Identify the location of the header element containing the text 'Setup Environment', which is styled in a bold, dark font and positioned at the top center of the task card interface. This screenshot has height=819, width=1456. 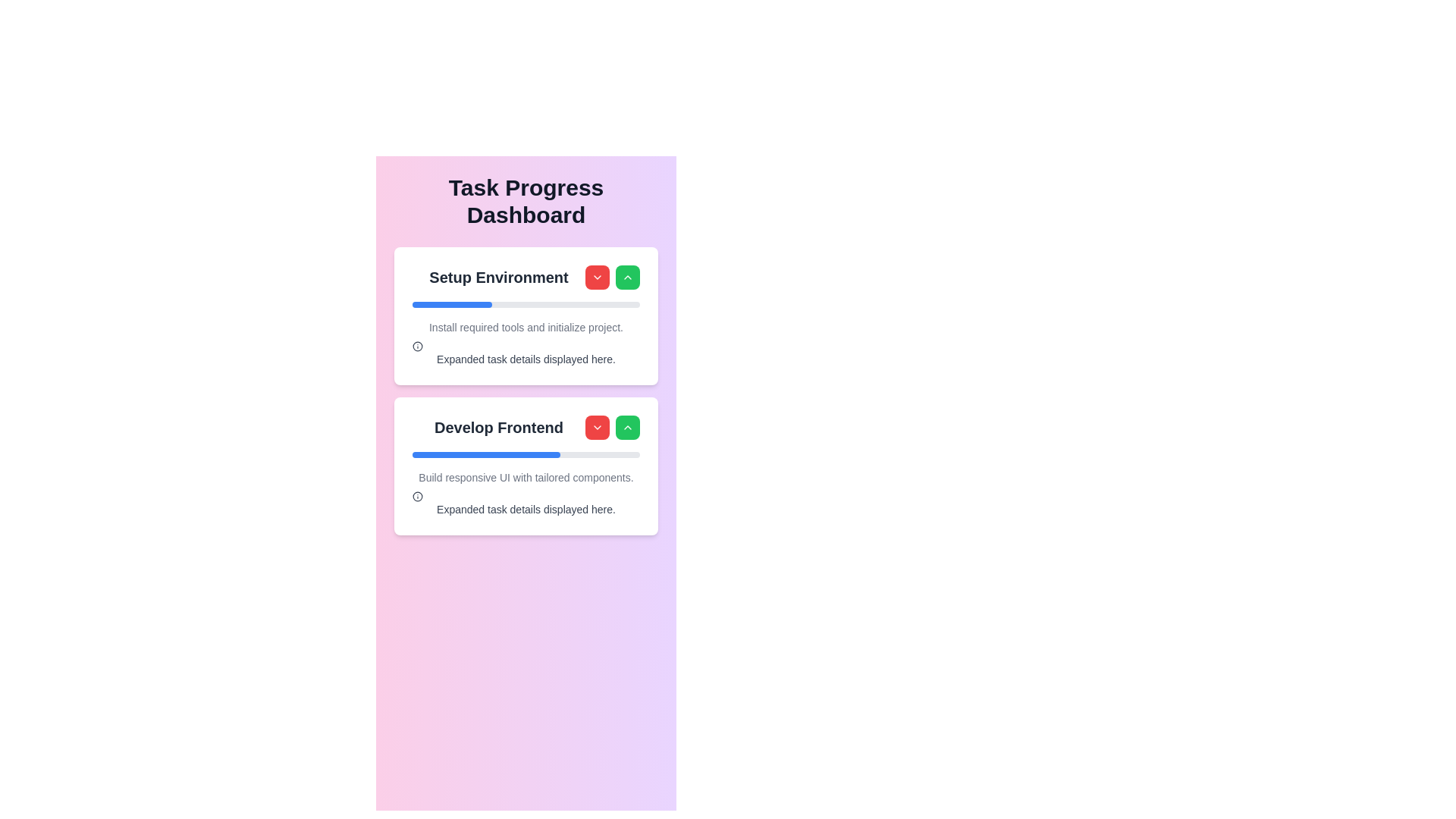
(526, 278).